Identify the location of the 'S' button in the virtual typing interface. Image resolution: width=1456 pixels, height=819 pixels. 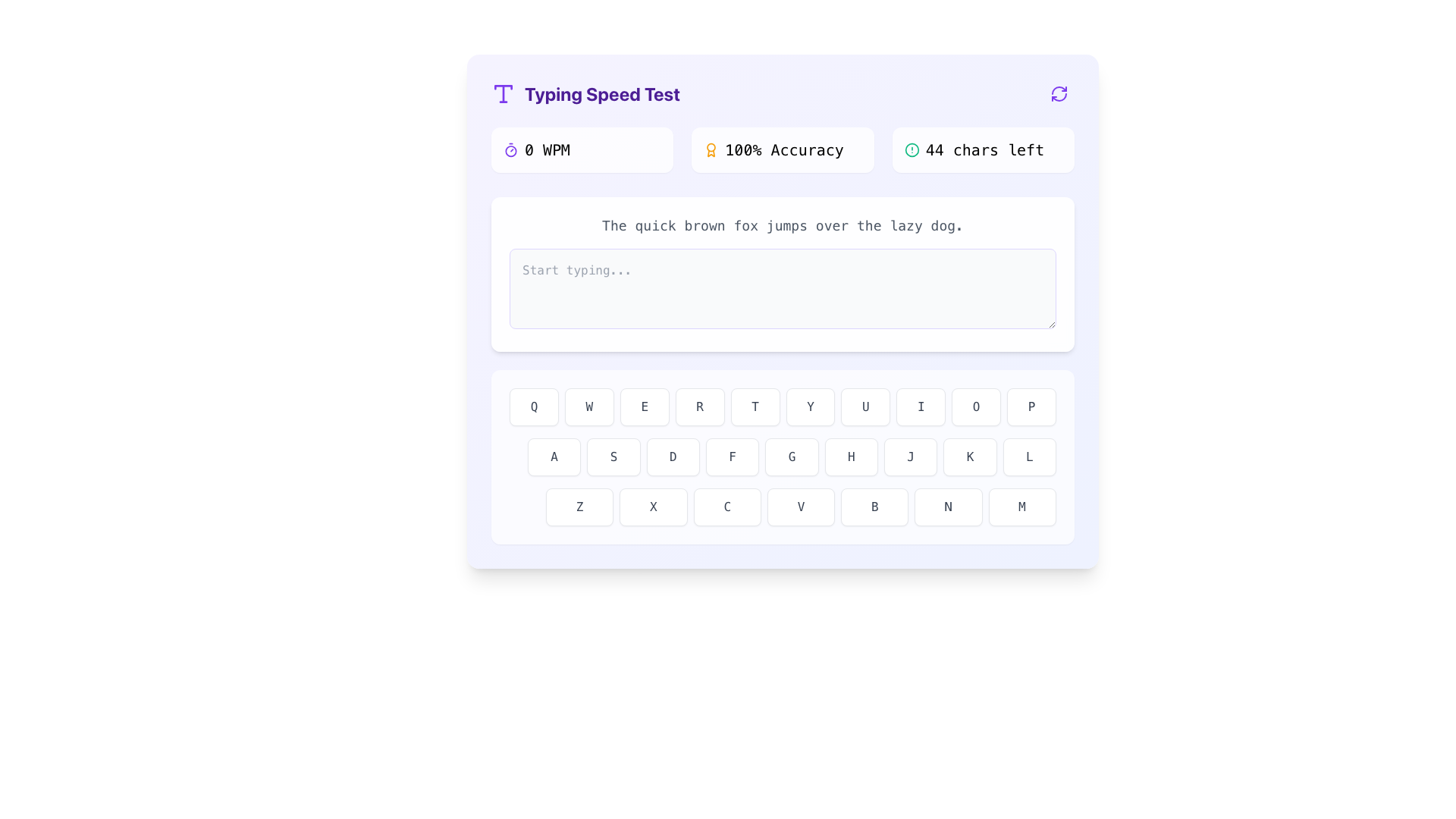
(613, 456).